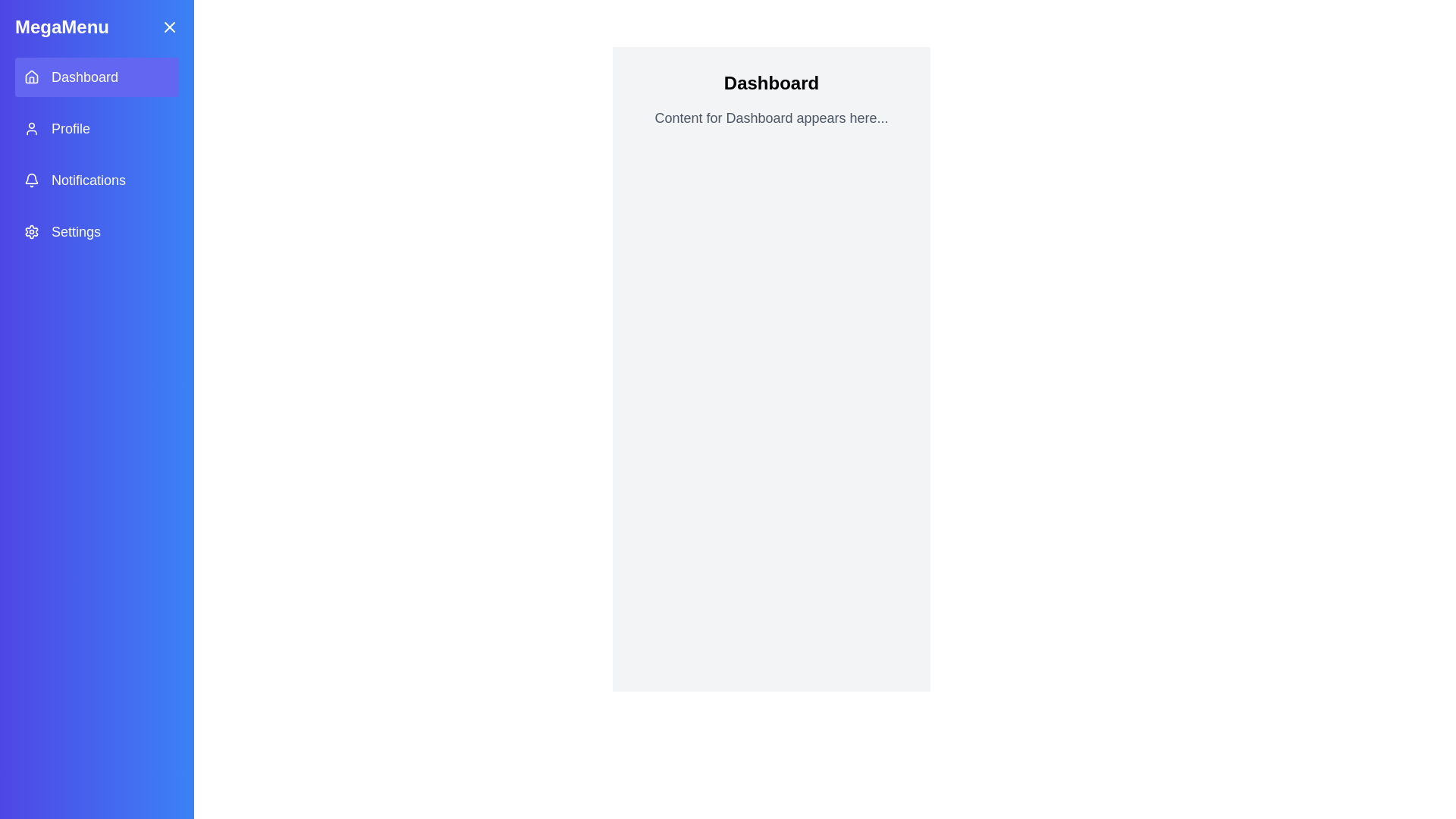  I want to click on the second menu item in the vertical menu that provides access to profile-related information or settings, so click(96, 127).